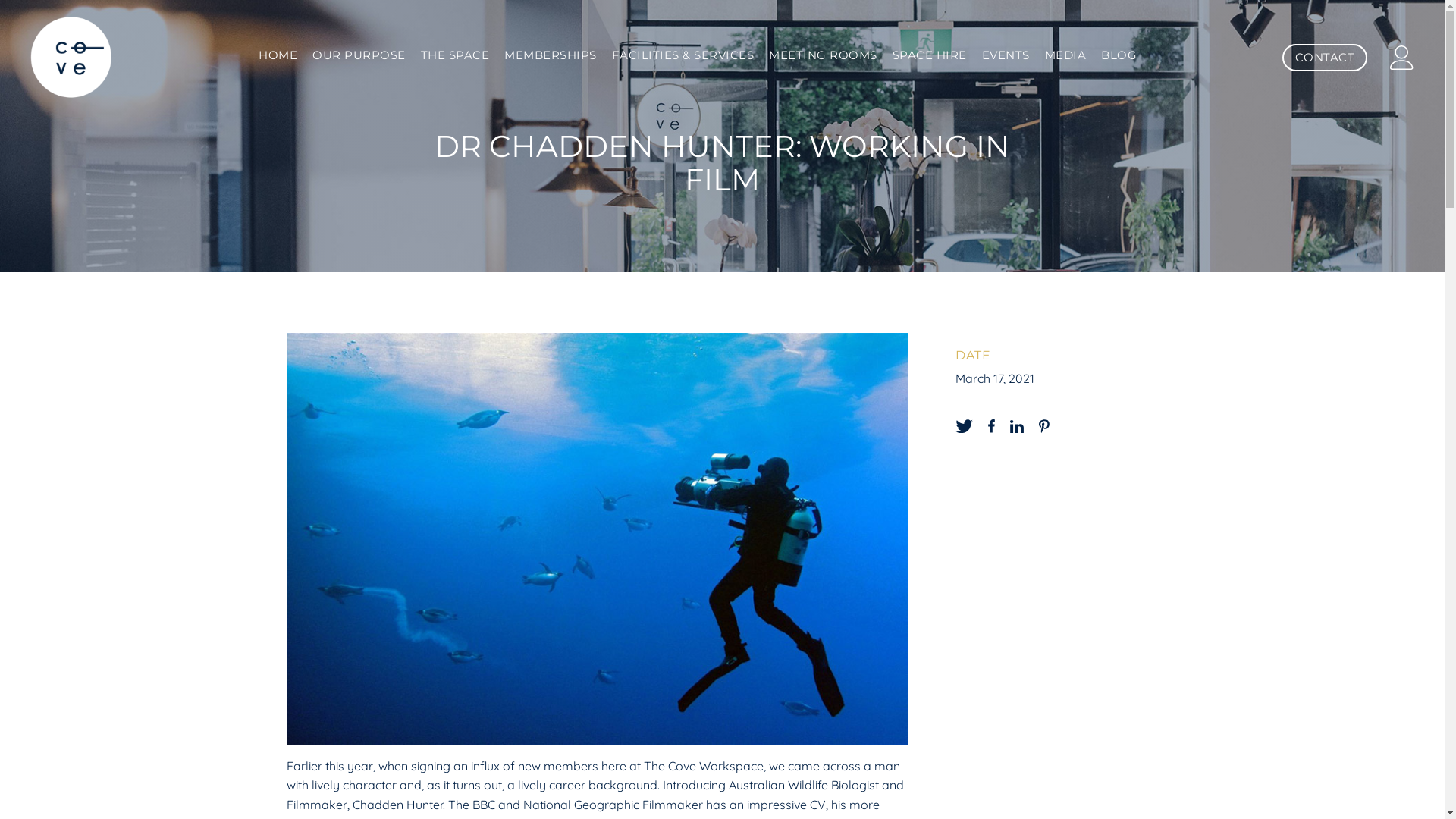 This screenshot has width=1456, height=819. I want to click on 'OUR PURPOSE', so click(358, 55).